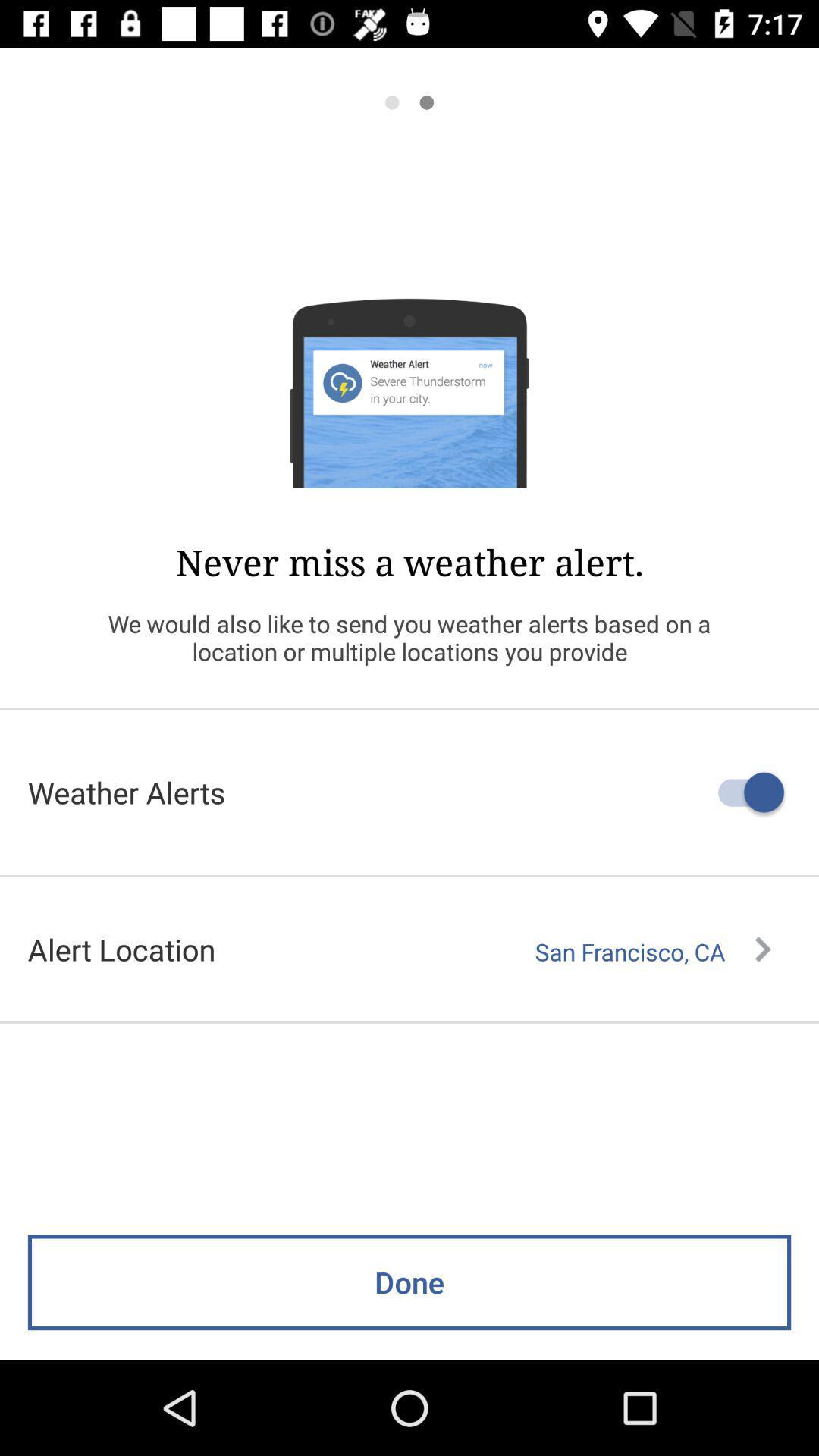 This screenshot has height=1456, width=819. What do you see at coordinates (652, 951) in the screenshot?
I see `san francisco, ca` at bounding box center [652, 951].